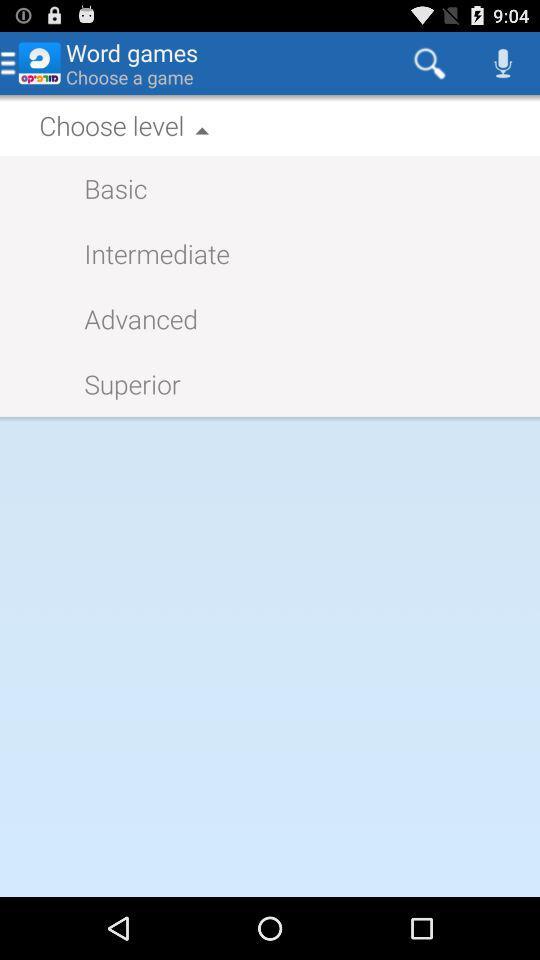  Describe the element at coordinates (131, 318) in the screenshot. I see `advanced` at that location.